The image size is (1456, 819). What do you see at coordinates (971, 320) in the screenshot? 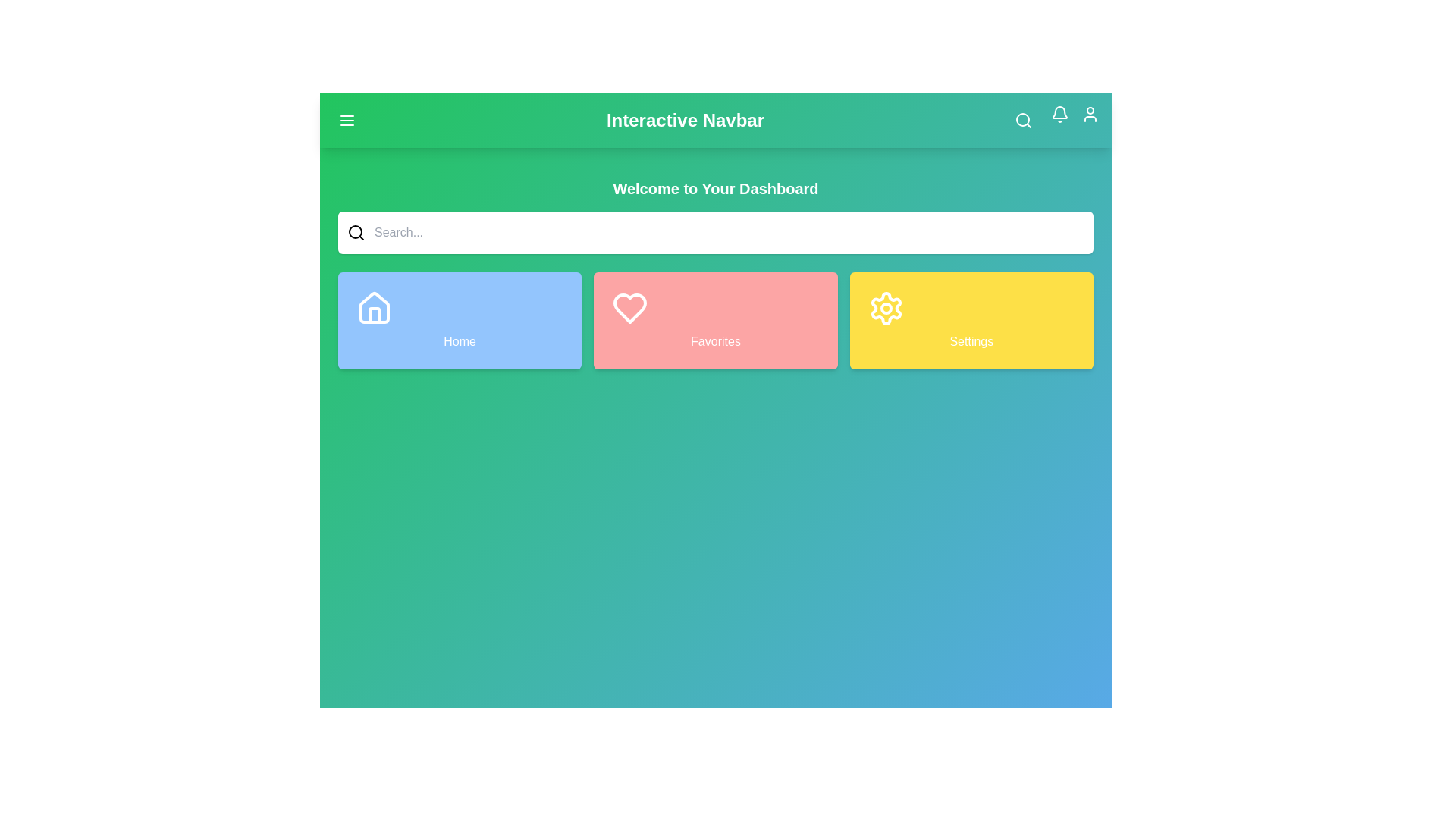
I see `the 'Settings' card to navigate to the settings page` at bounding box center [971, 320].